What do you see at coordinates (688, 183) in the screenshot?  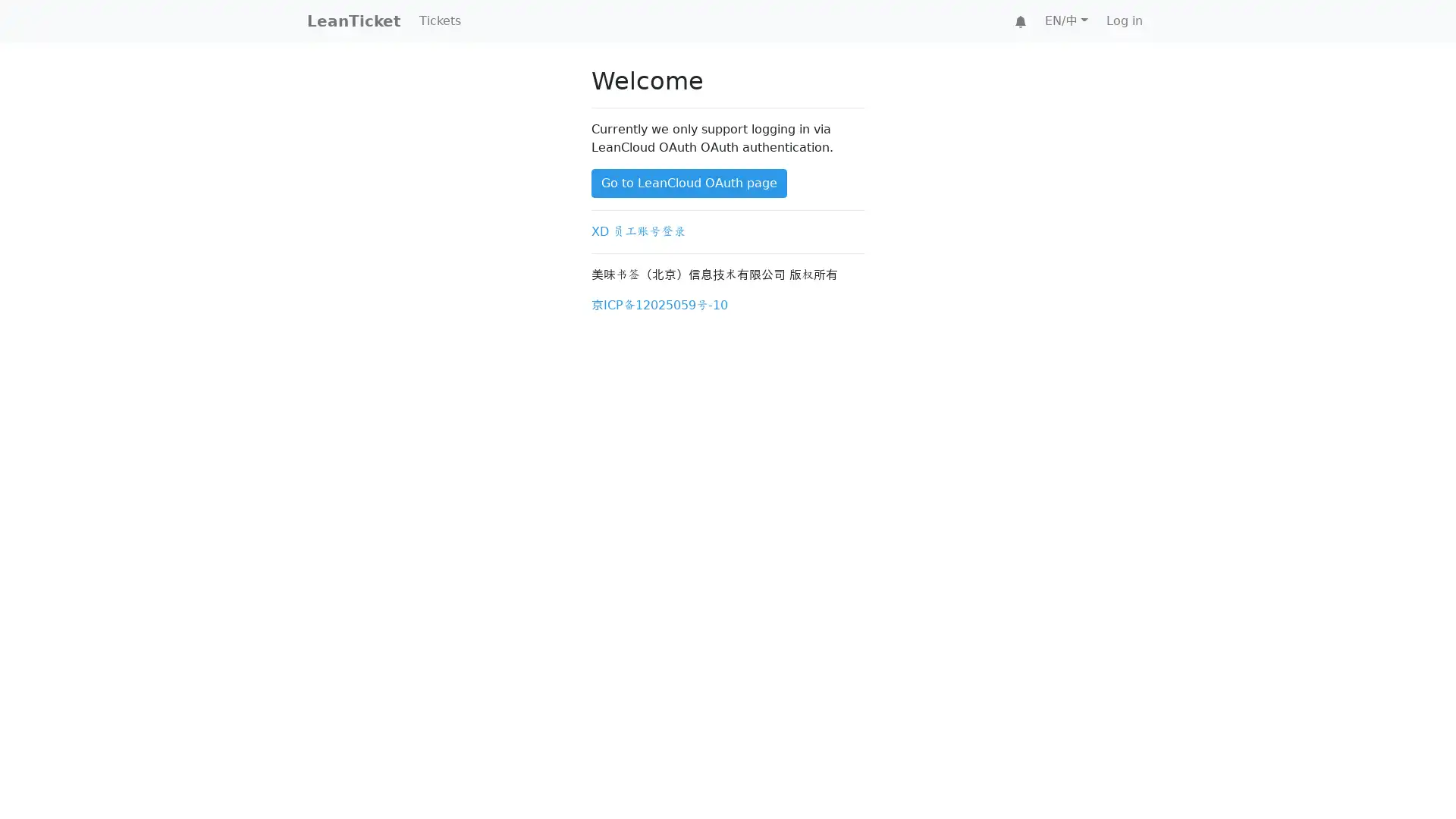 I see `Go to LeanCloud OAuth page` at bounding box center [688, 183].